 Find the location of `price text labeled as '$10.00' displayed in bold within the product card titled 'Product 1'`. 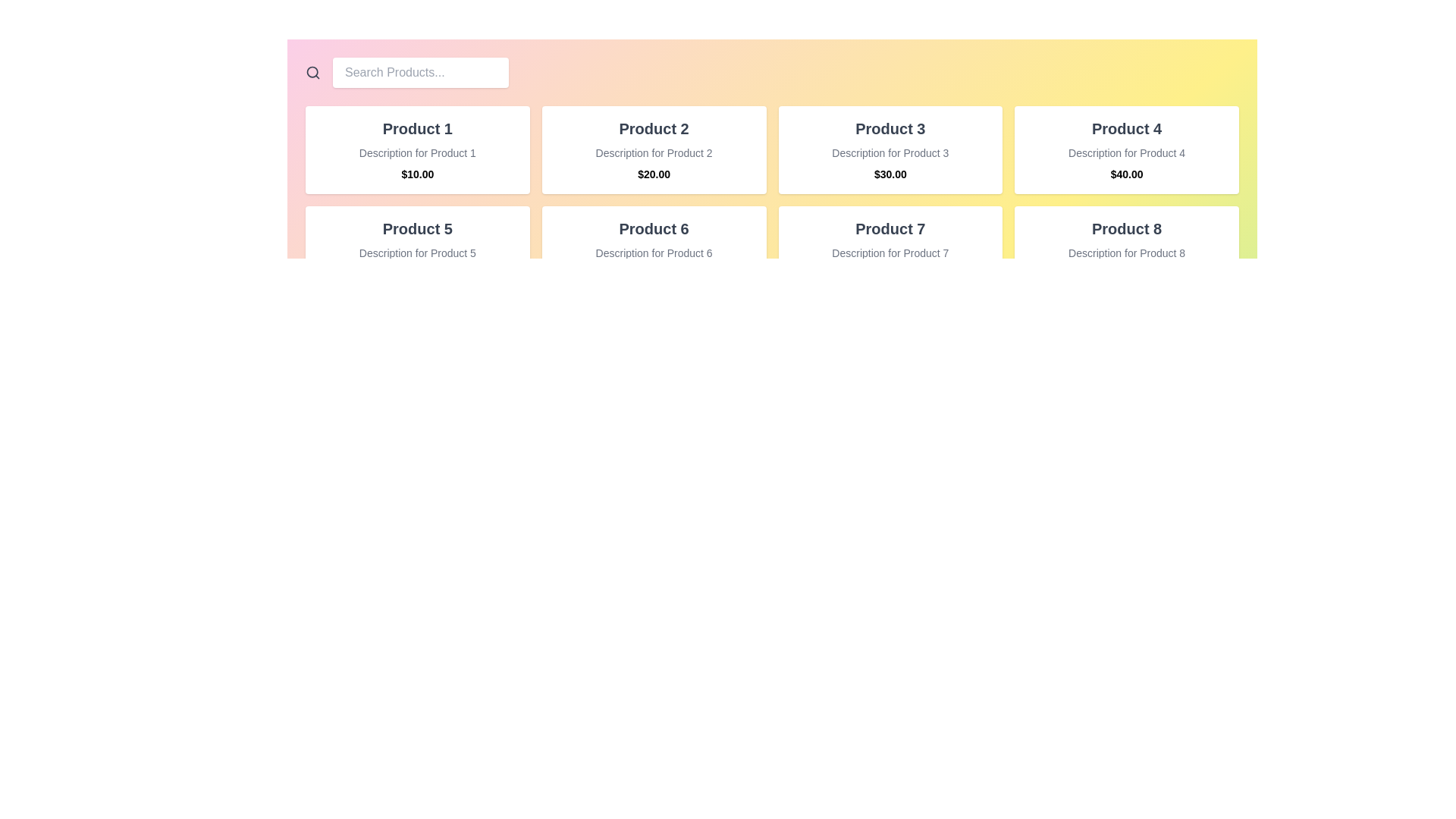

price text labeled as '$10.00' displayed in bold within the product card titled 'Product 1' is located at coordinates (417, 174).